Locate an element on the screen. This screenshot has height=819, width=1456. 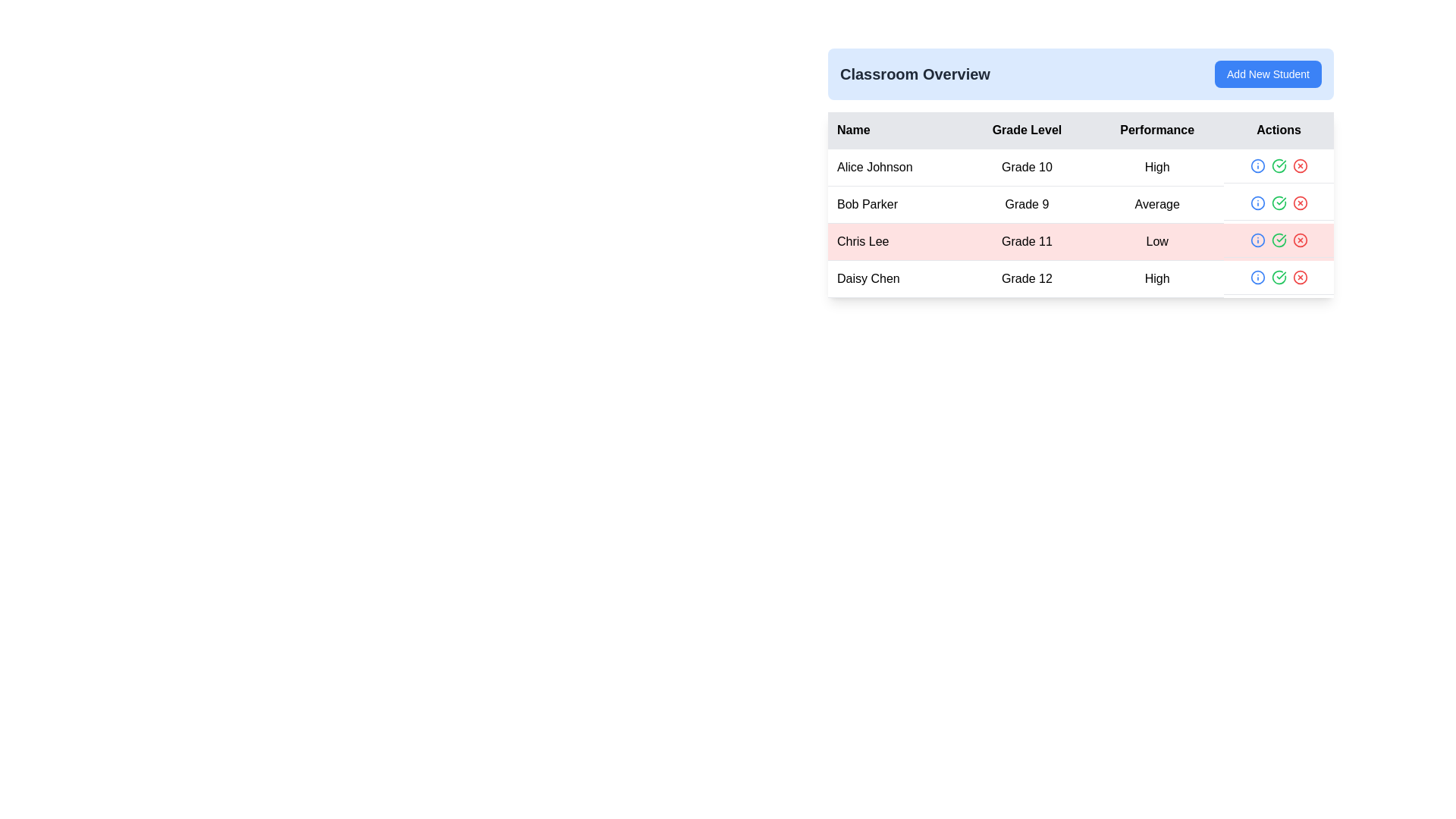
the Text Cell displaying the individual's name is located at coordinates (896, 167).